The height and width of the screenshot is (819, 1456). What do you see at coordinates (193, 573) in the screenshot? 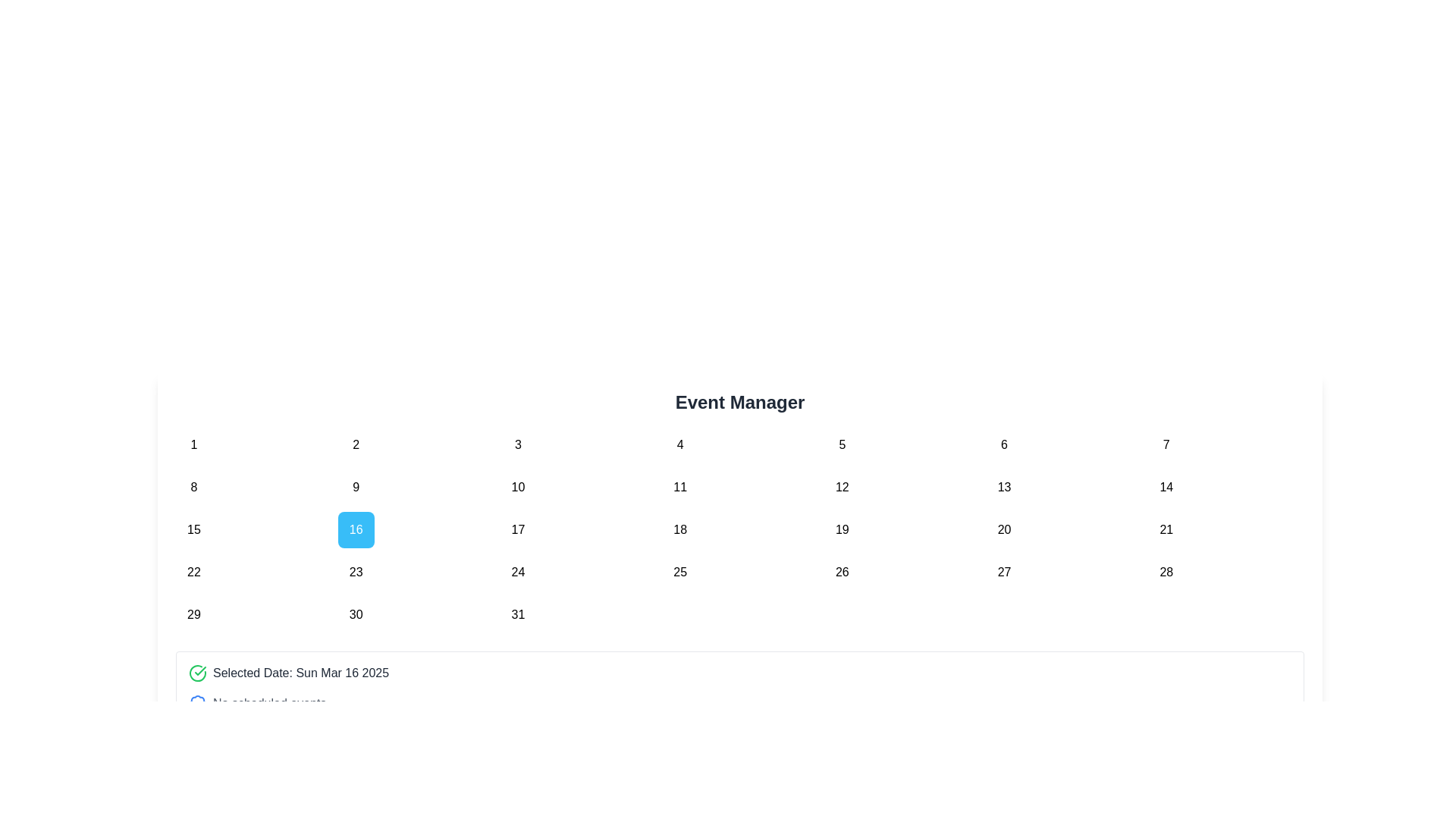
I see `the date selection button labeled '22', which is a rounded square button with a white background and black text, located in the third row and first column of the grid layout` at bounding box center [193, 573].